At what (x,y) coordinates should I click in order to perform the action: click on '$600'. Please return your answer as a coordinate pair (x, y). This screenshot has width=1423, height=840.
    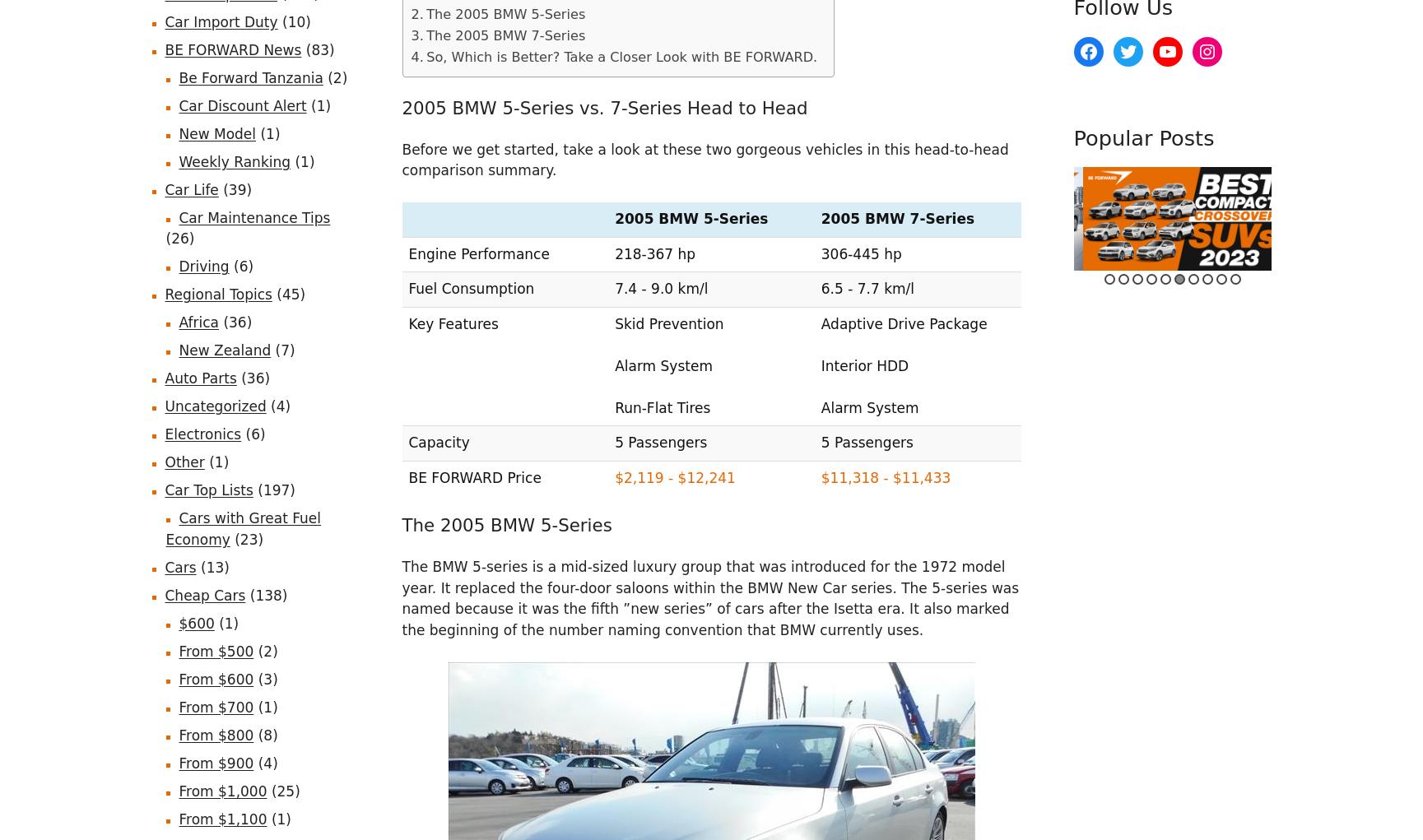
    Looking at the image, I should click on (195, 622).